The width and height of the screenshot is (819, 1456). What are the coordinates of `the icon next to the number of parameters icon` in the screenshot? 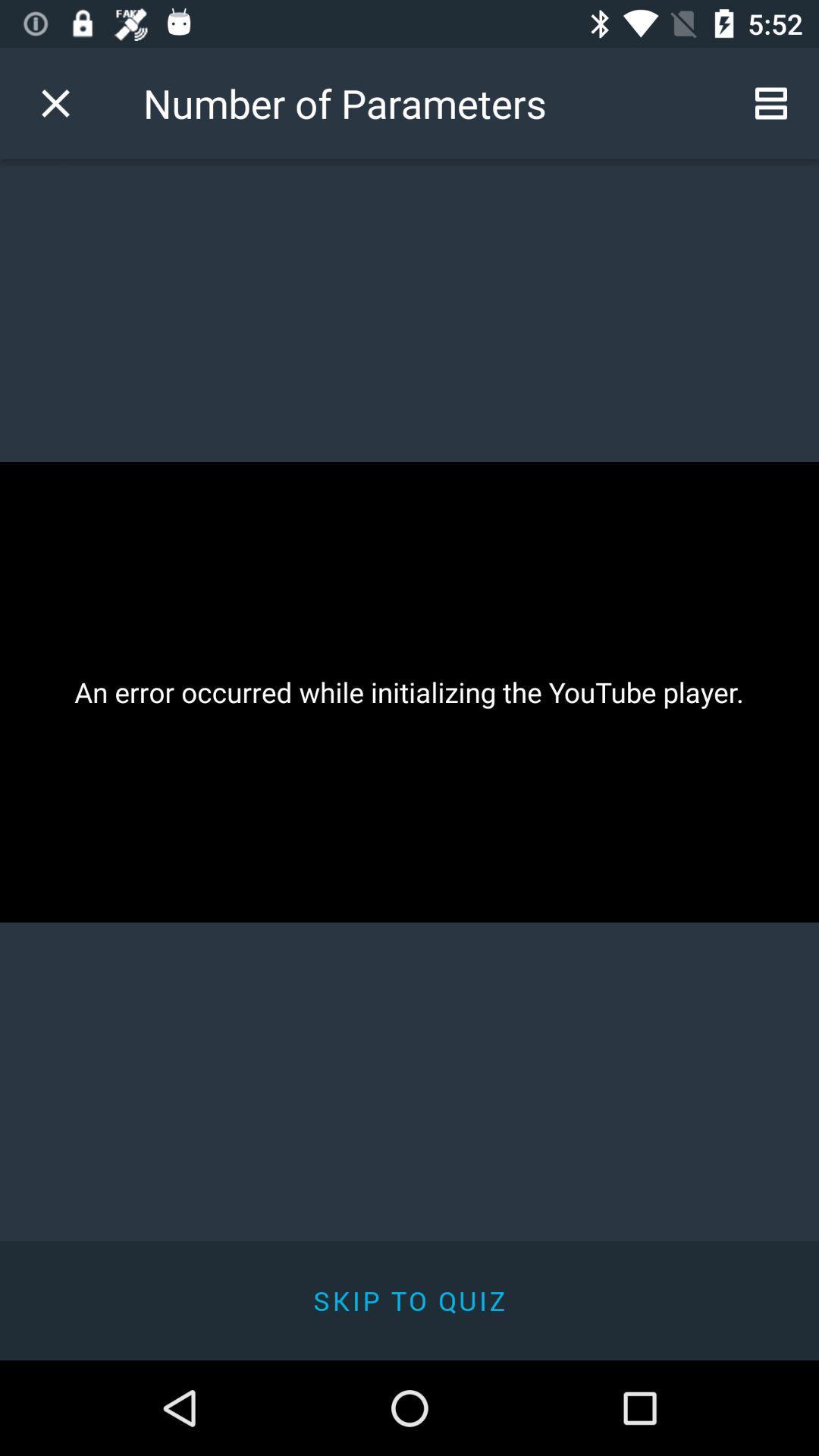 It's located at (771, 102).